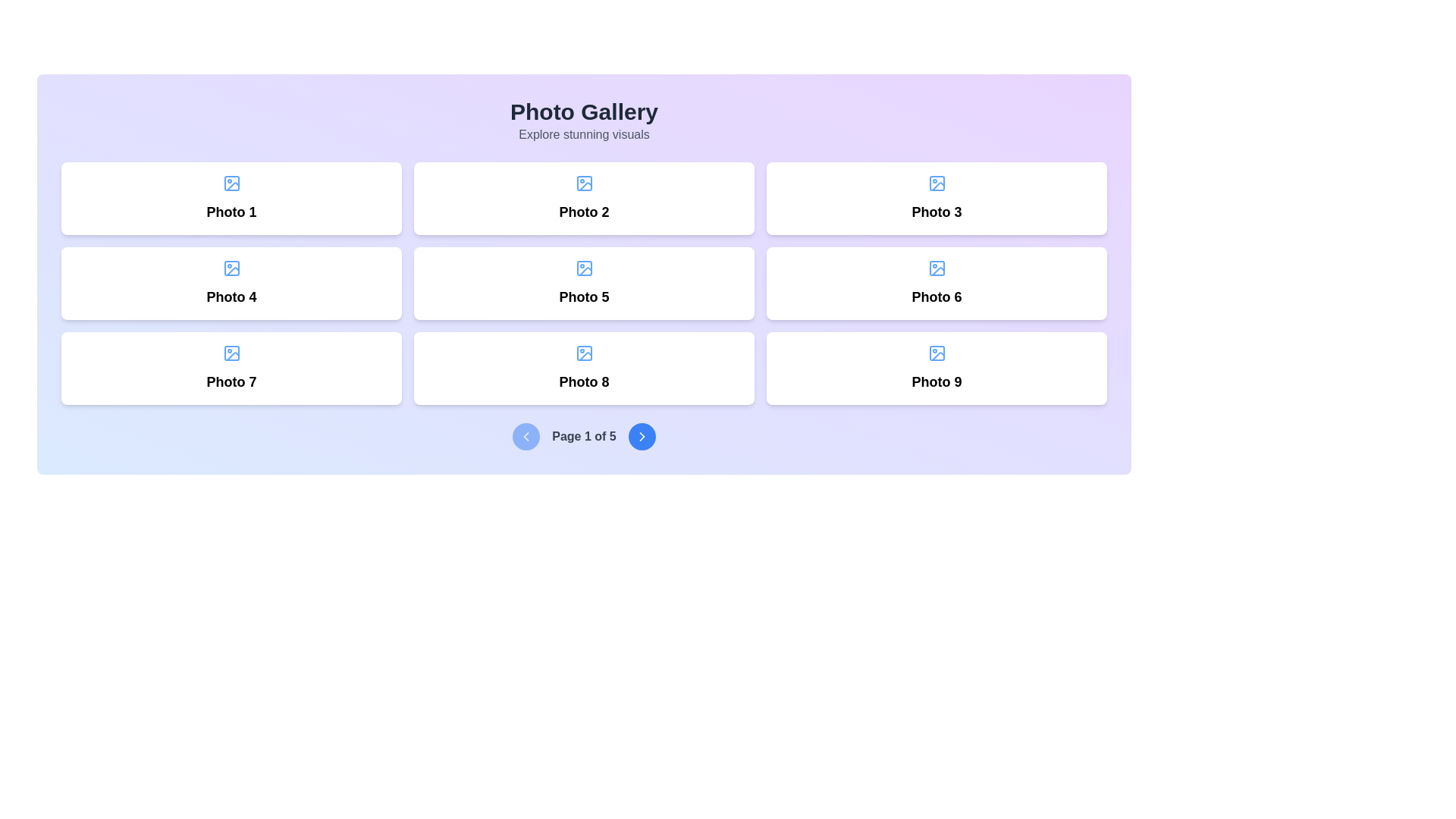 The height and width of the screenshot is (819, 1456). What do you see at coordinates (936, 381) in the screenshot?
I see `static text label 'Photo 9' that serves as a title for the corresponding photo card, located in the third row and third column of the grid layout` at bounding box center [936, 381].